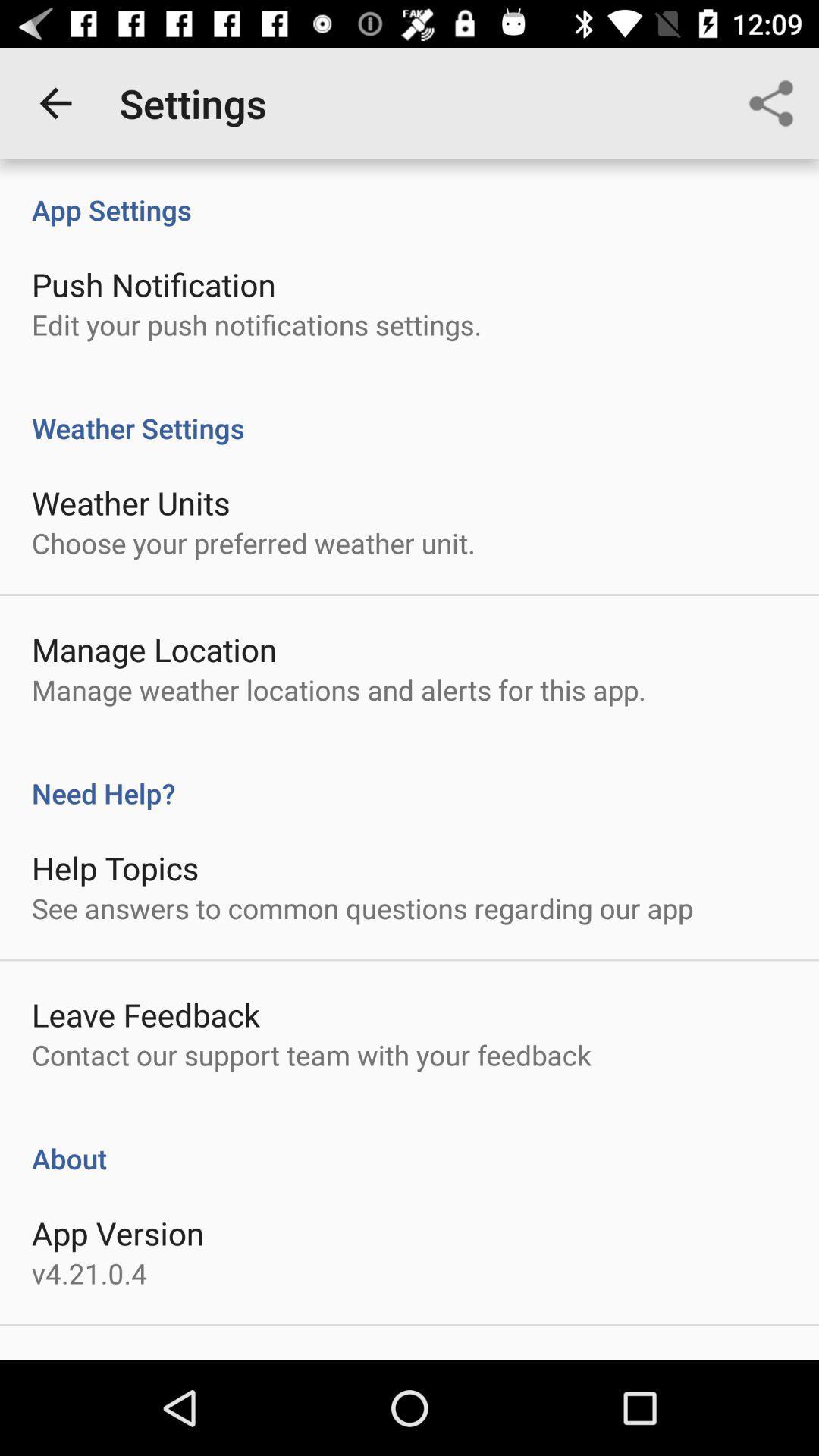  I want to click on contact our support, so click(311, 1054).